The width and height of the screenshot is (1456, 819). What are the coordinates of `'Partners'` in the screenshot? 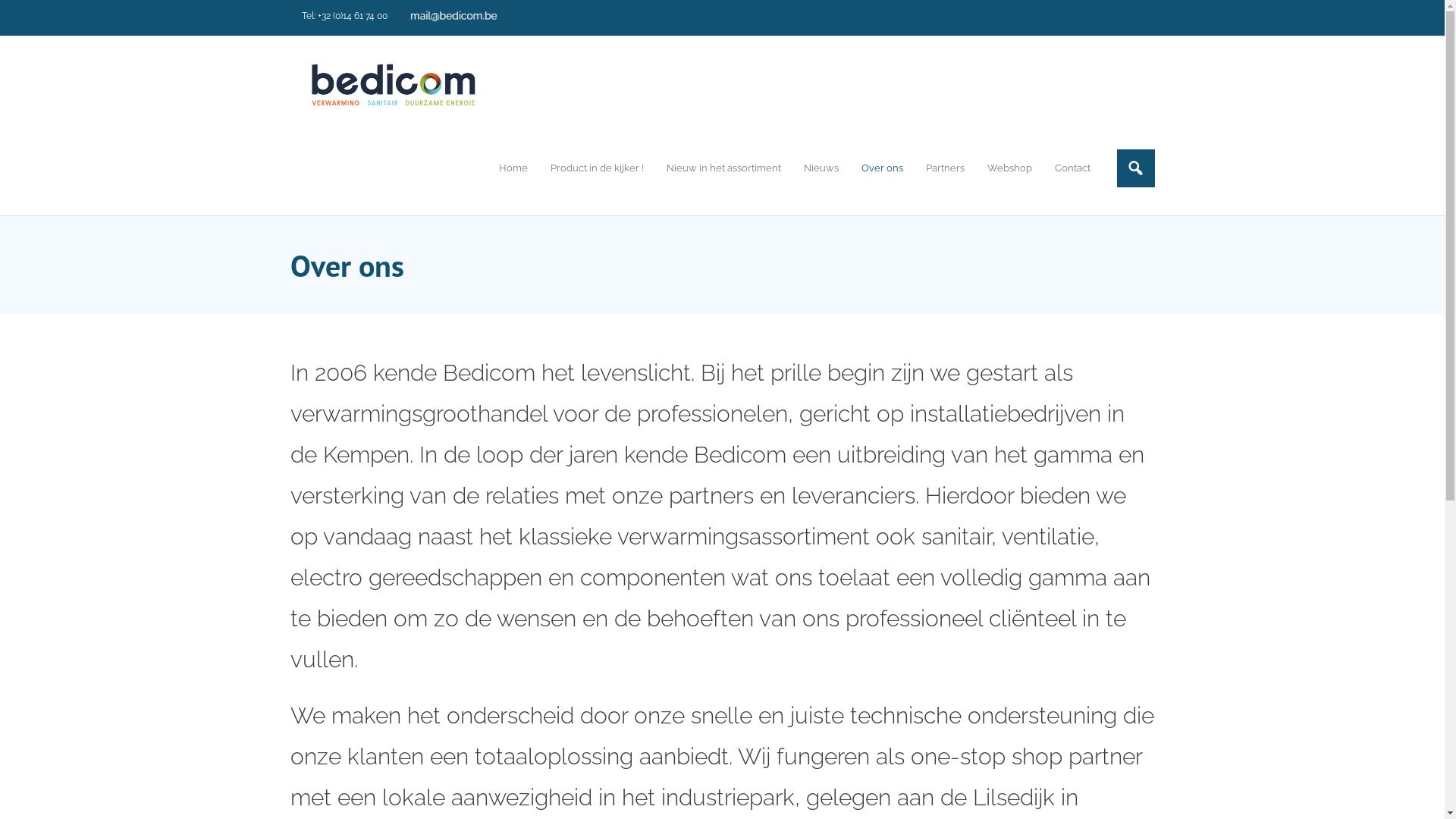 It's located at (944, 168).